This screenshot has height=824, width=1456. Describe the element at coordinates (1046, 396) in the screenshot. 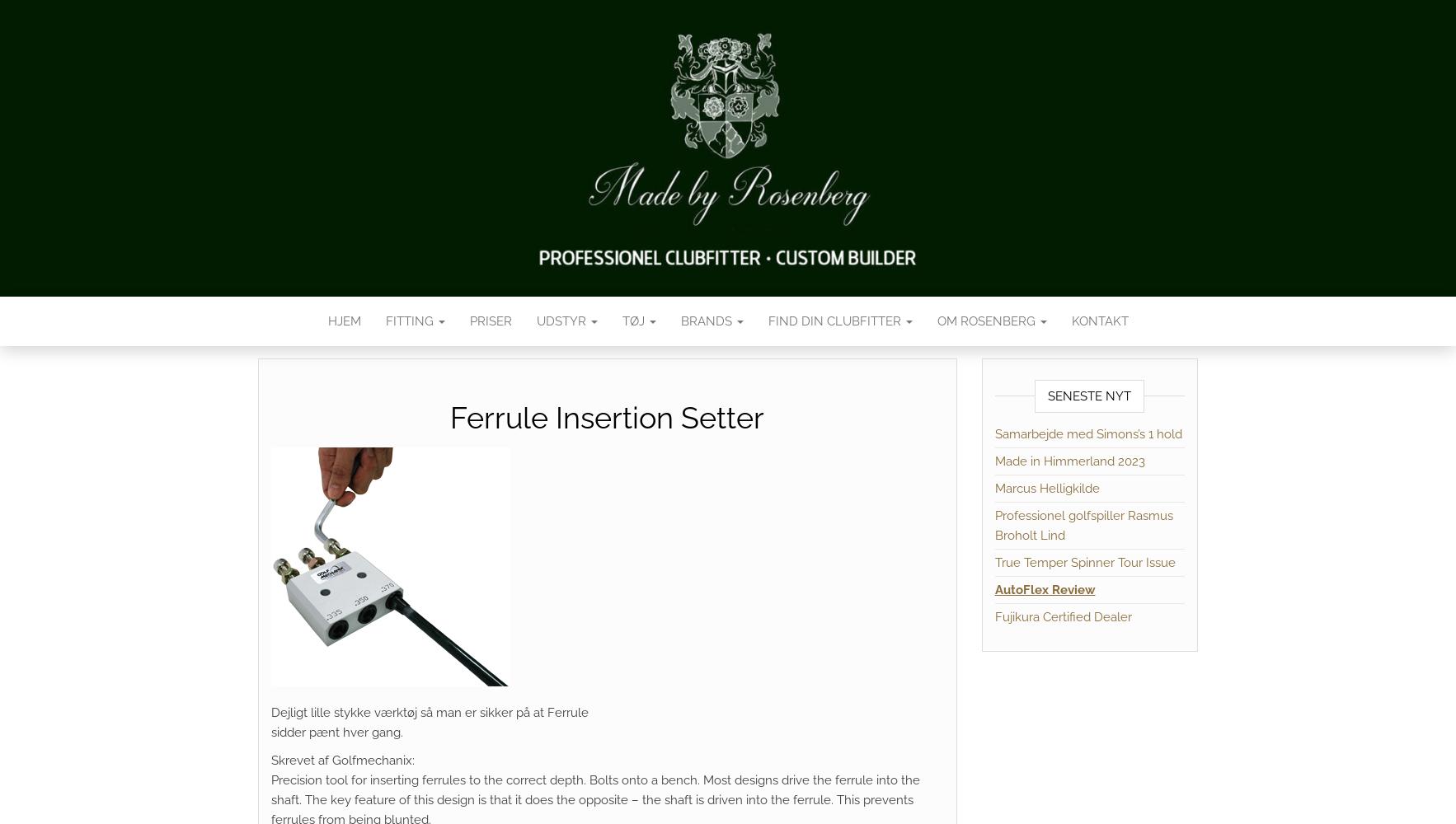

I see `'SENESTE NYT'` at that location.